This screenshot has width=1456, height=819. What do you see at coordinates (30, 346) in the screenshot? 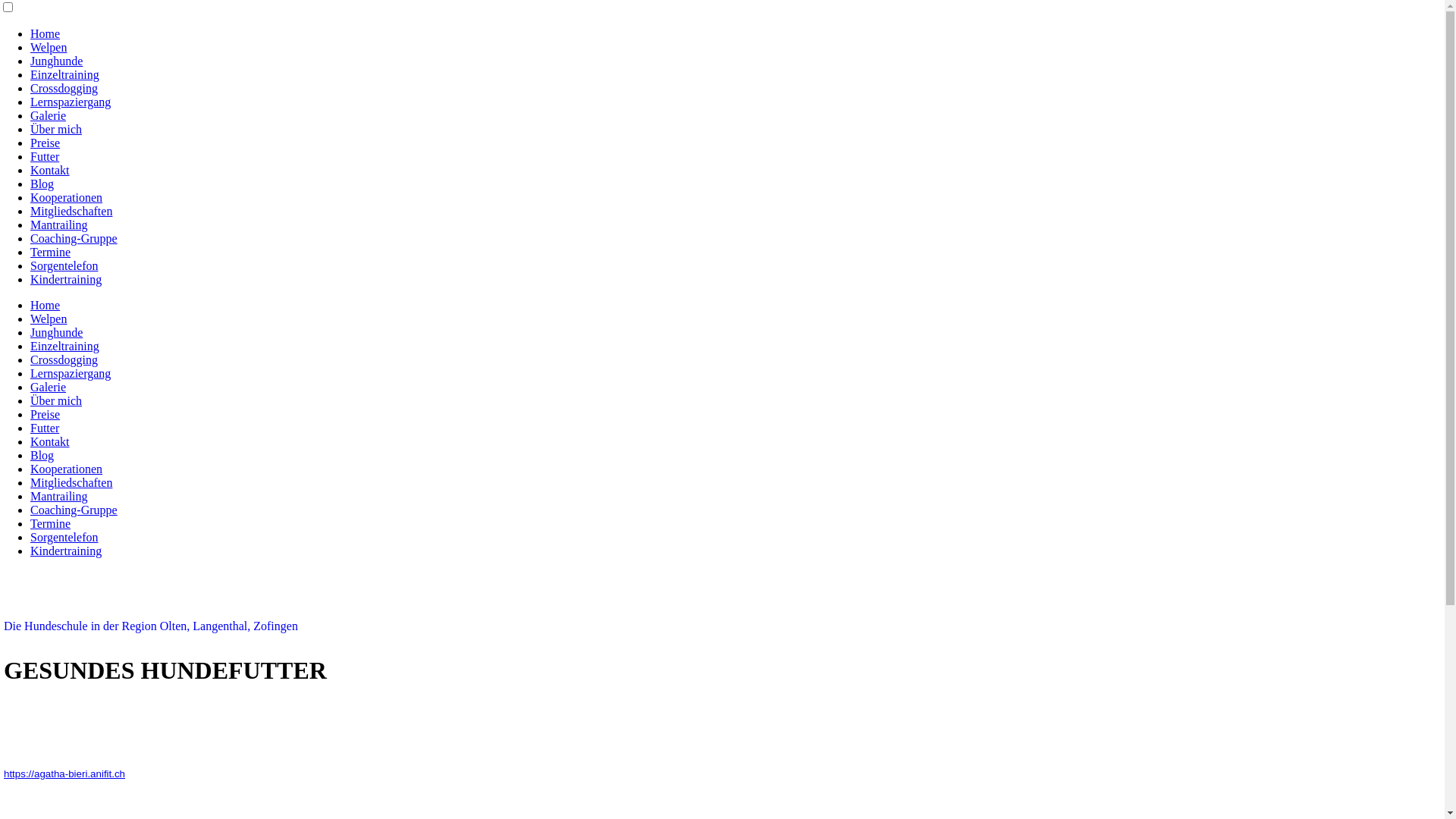
I see `'Einzeltraining'` at bounding box center [30, 346].